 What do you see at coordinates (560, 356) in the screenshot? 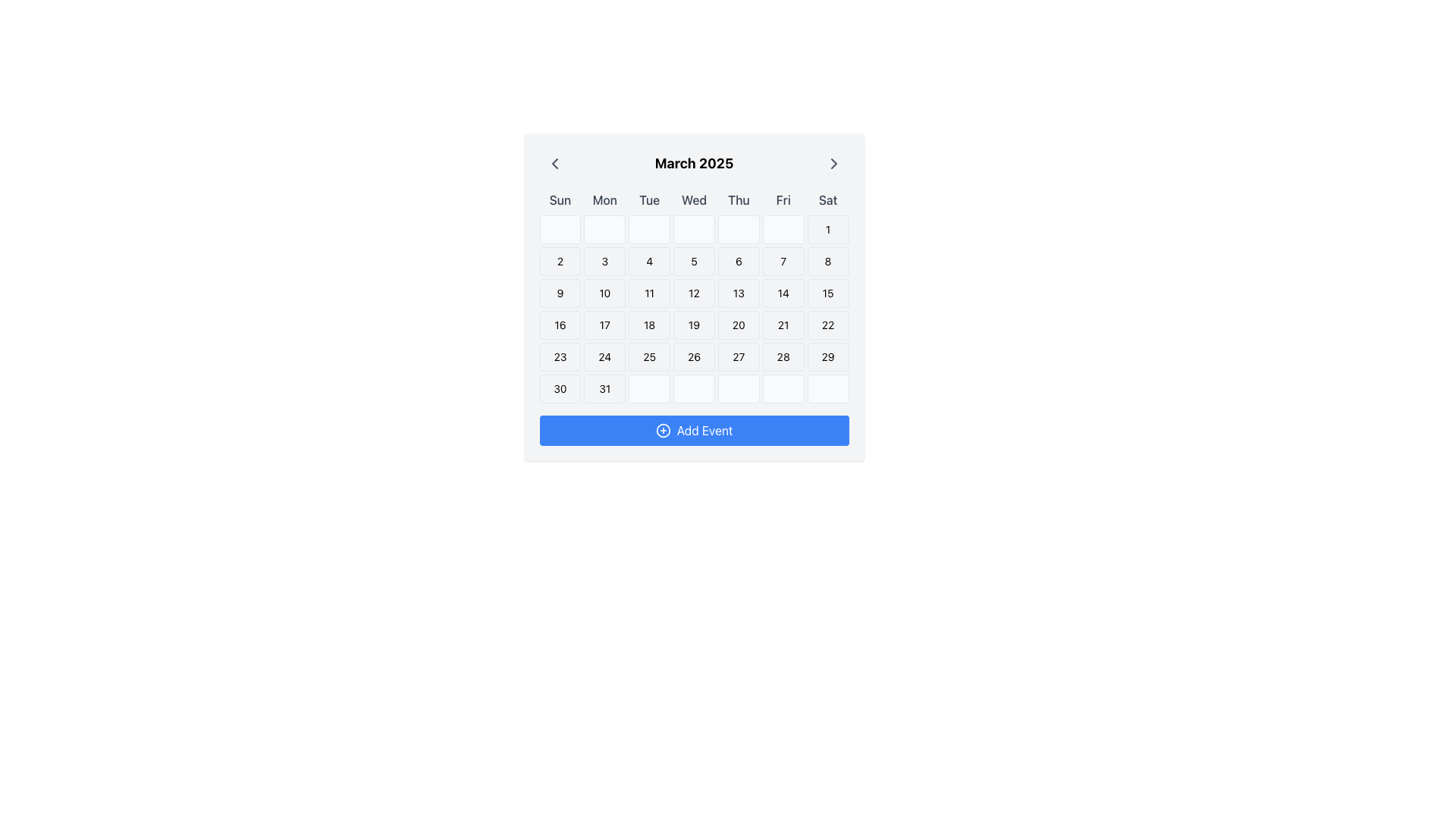
I see `the selectable day button for March 23, 2025, located in the calendar interface, specifically the first element in the row starting with the number 16` at bounding box center [560, 356].